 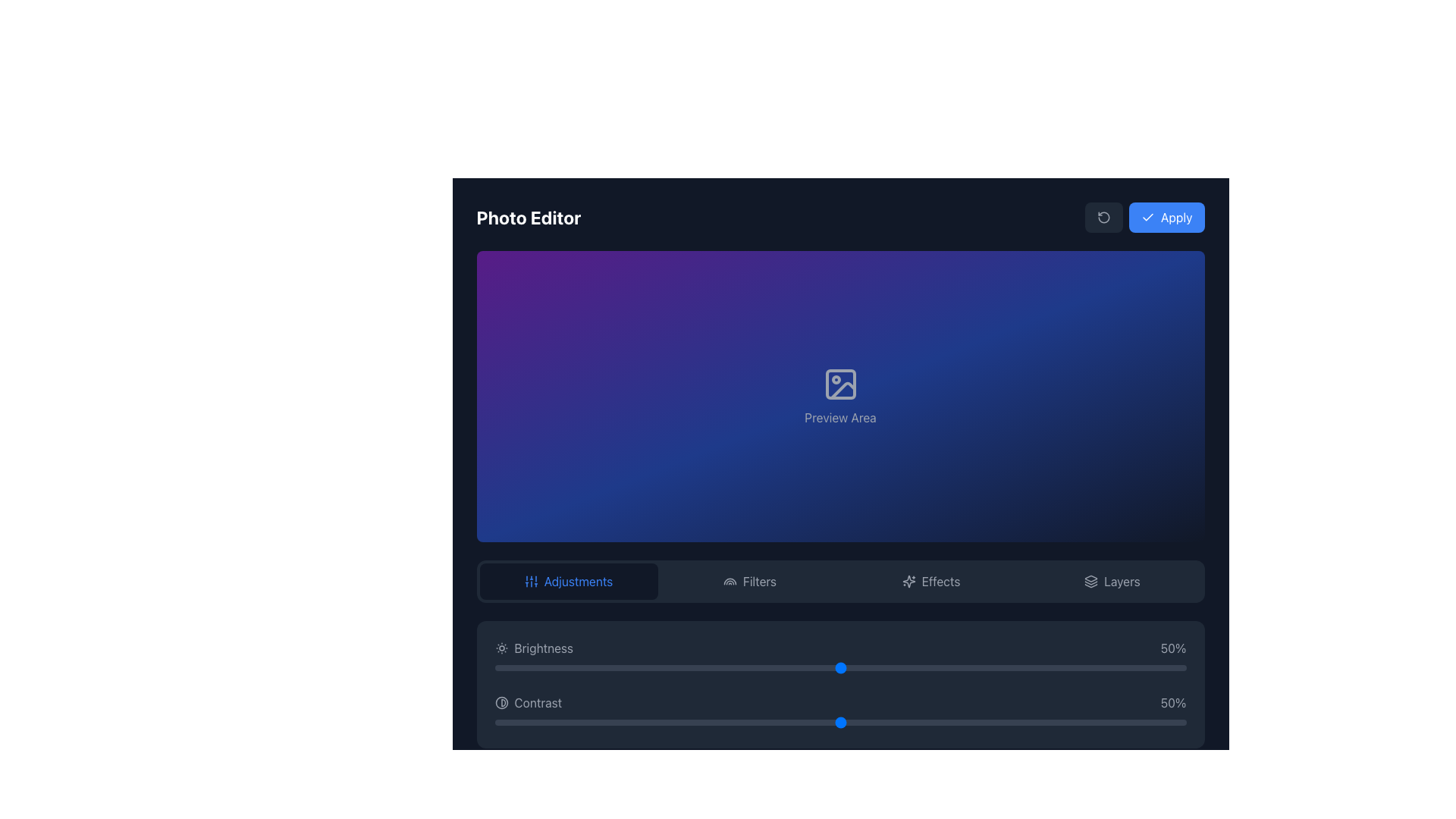 I want to click on the 'Layers' button, which features a gray icon of stacked layers on the left and text on the right, so click(x=1112, y=581).